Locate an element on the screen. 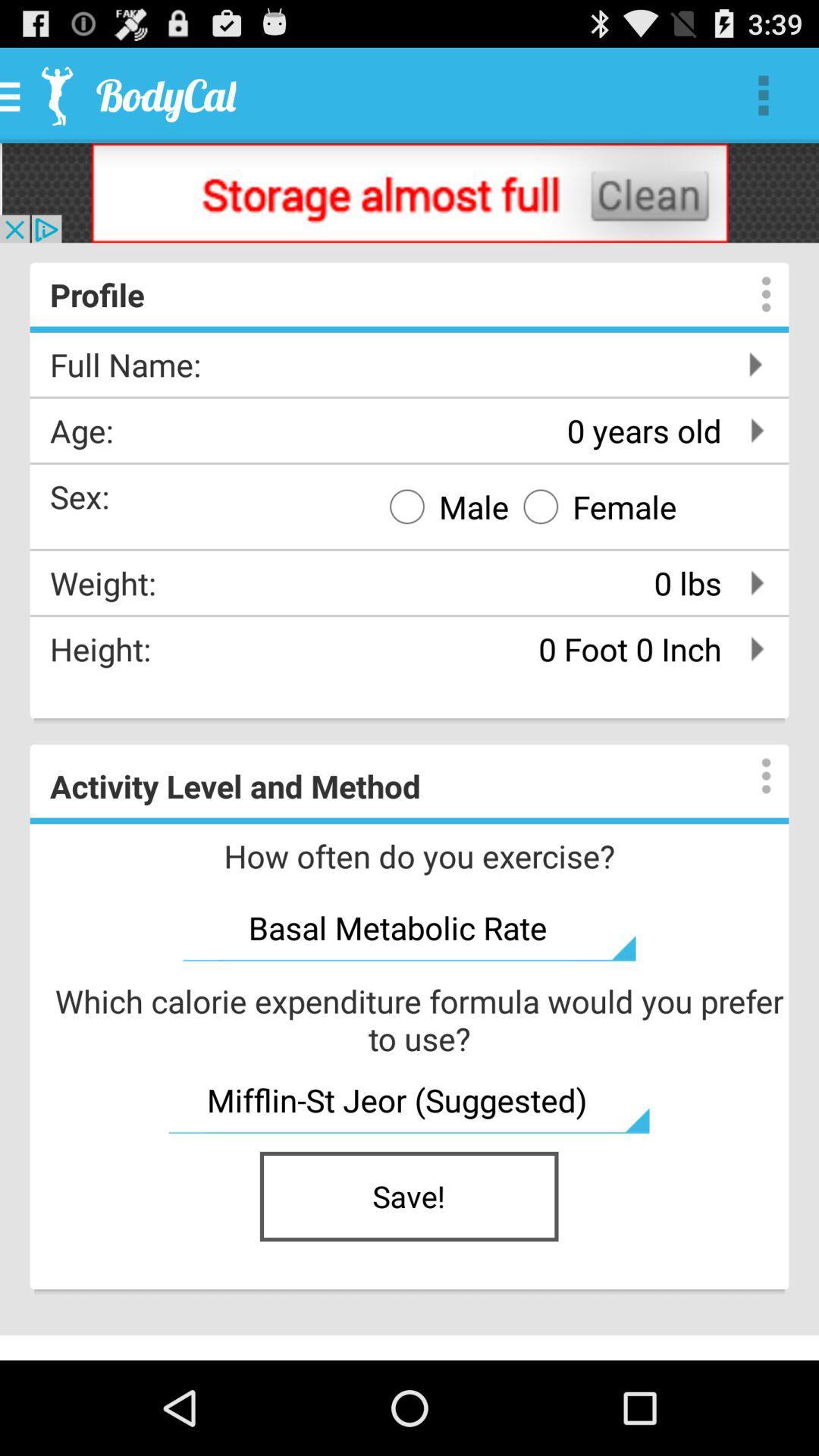 This screenshot has height=1456, width=819. female is located at coordinates (592, 506).